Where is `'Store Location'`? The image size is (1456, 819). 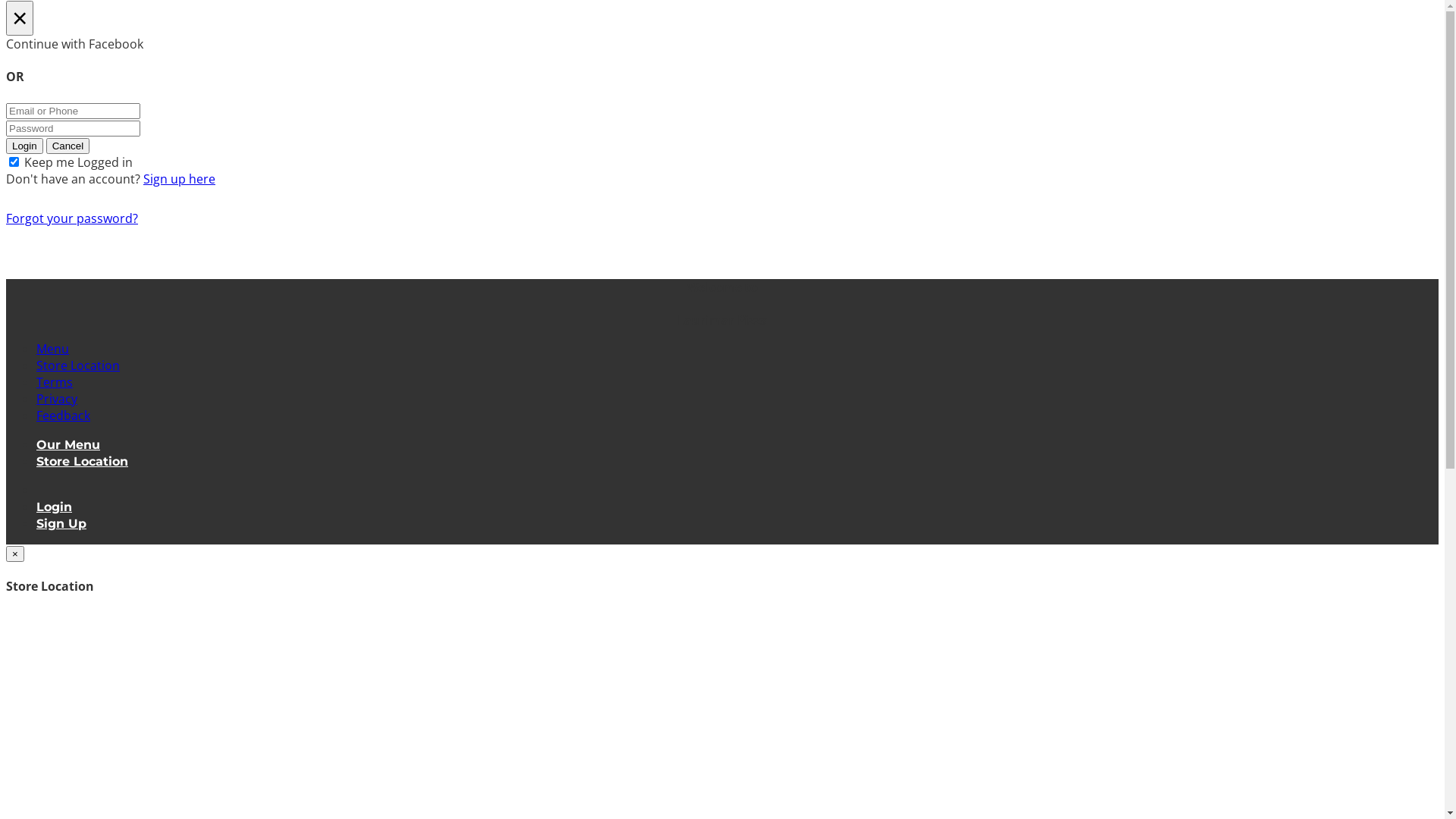
'Store Location' is located at coordinates (81, 460).